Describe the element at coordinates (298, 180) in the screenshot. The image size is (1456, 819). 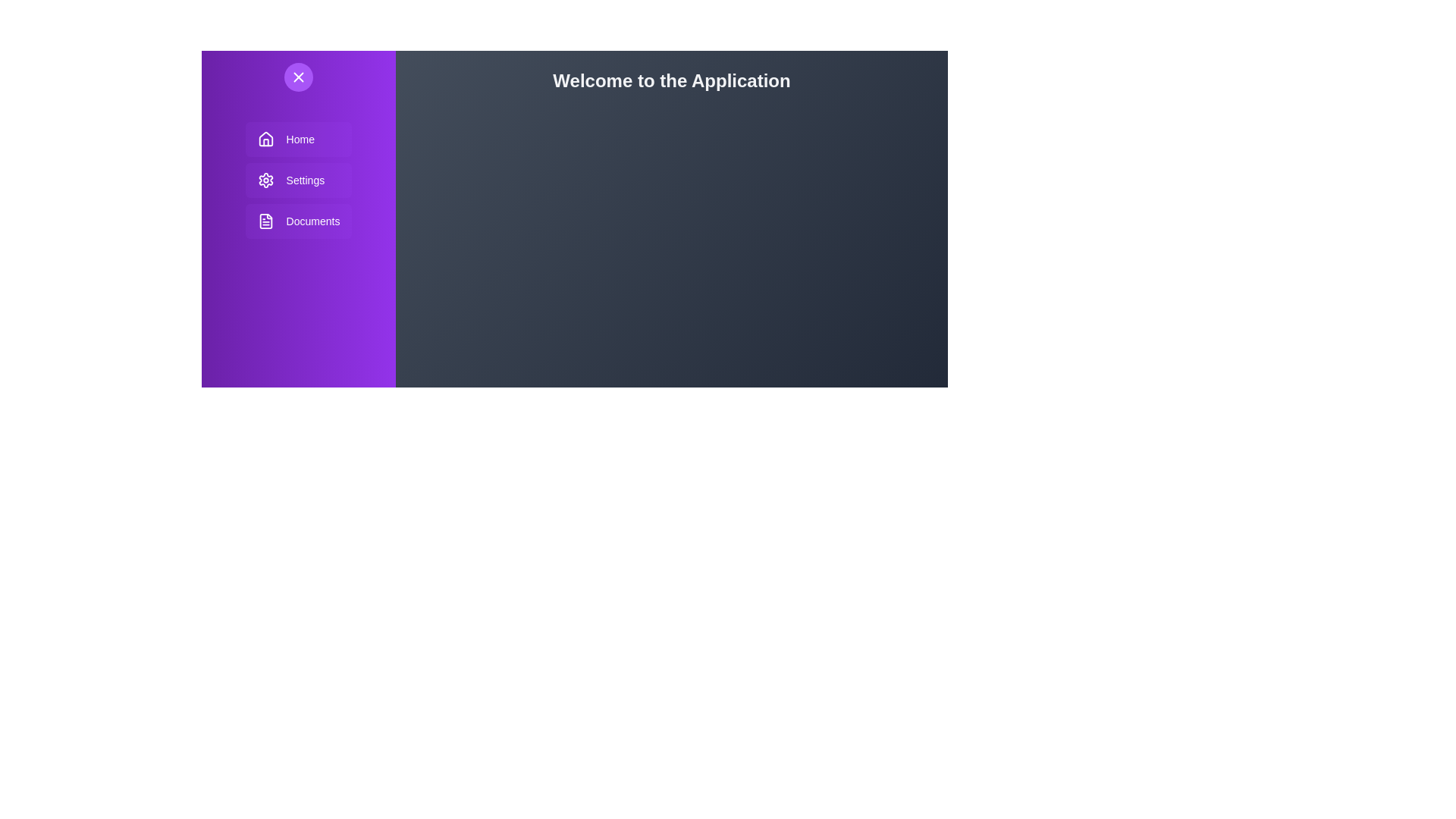
I see `the sidebar menu item Settings` at that location.